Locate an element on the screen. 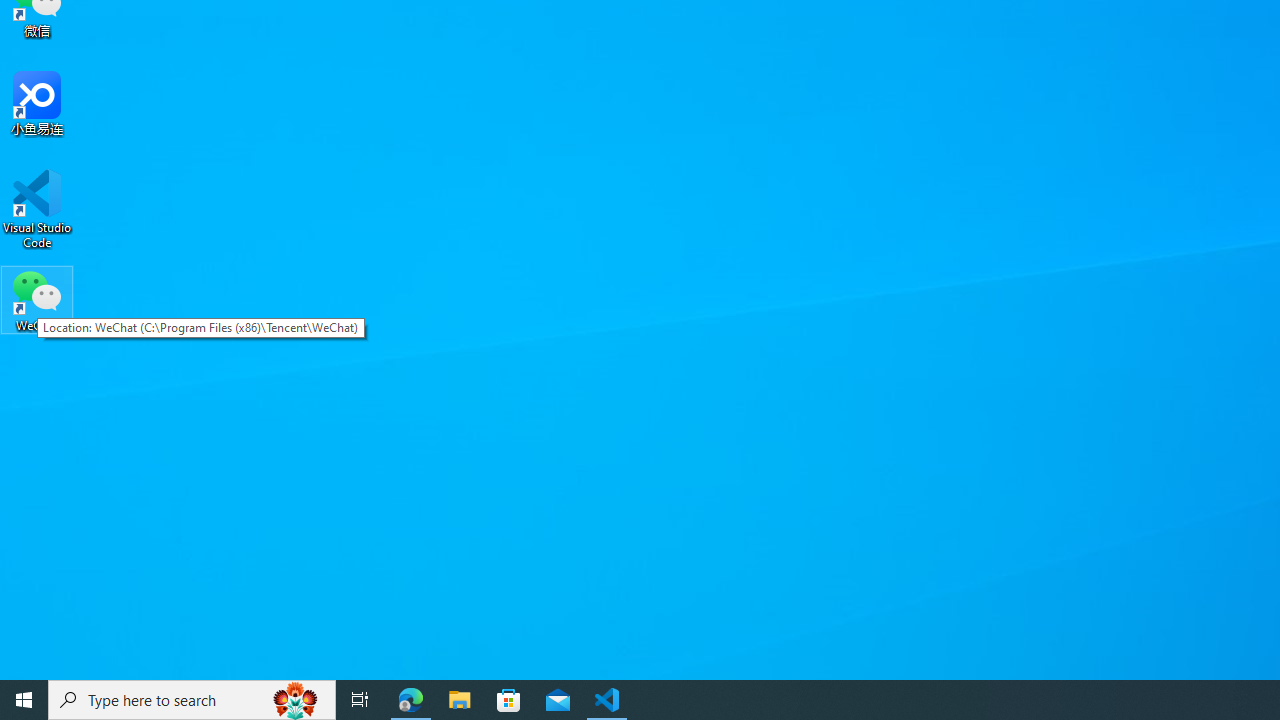  'Microsoft Store' is located at coordinates (509, 698).